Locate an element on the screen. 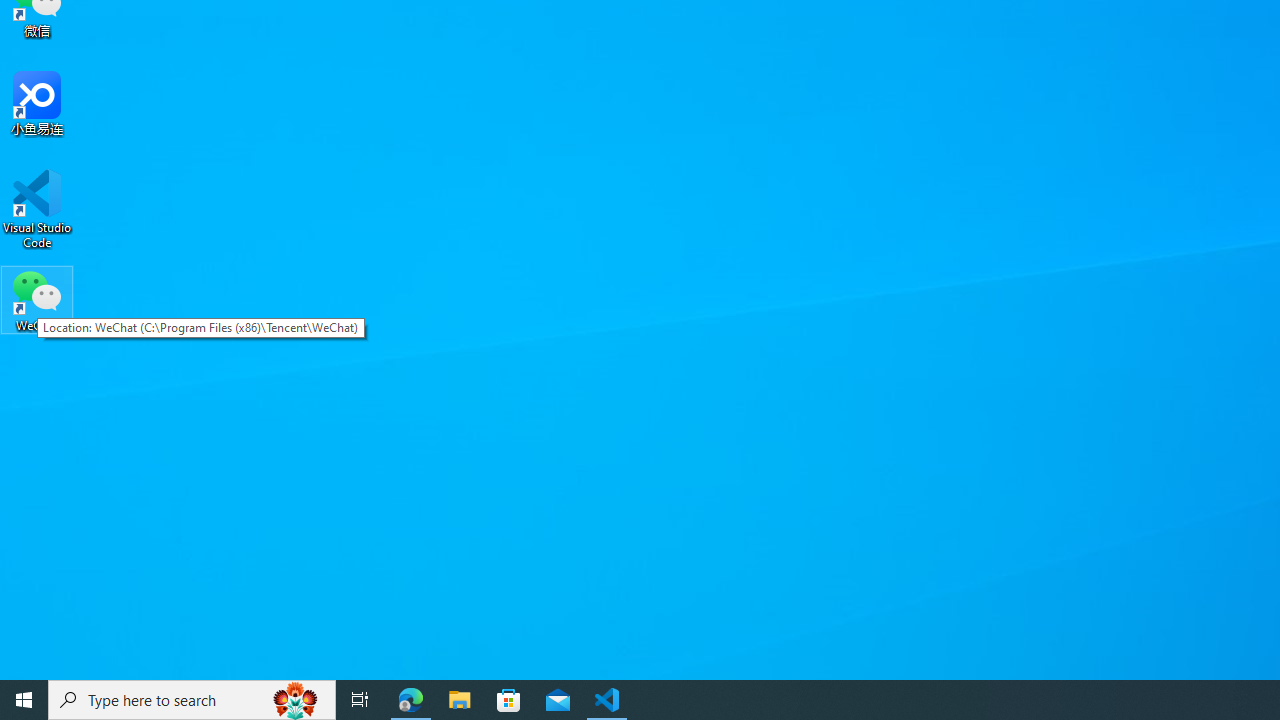  'Microsoft Store' is located at coordinates (509, 698).